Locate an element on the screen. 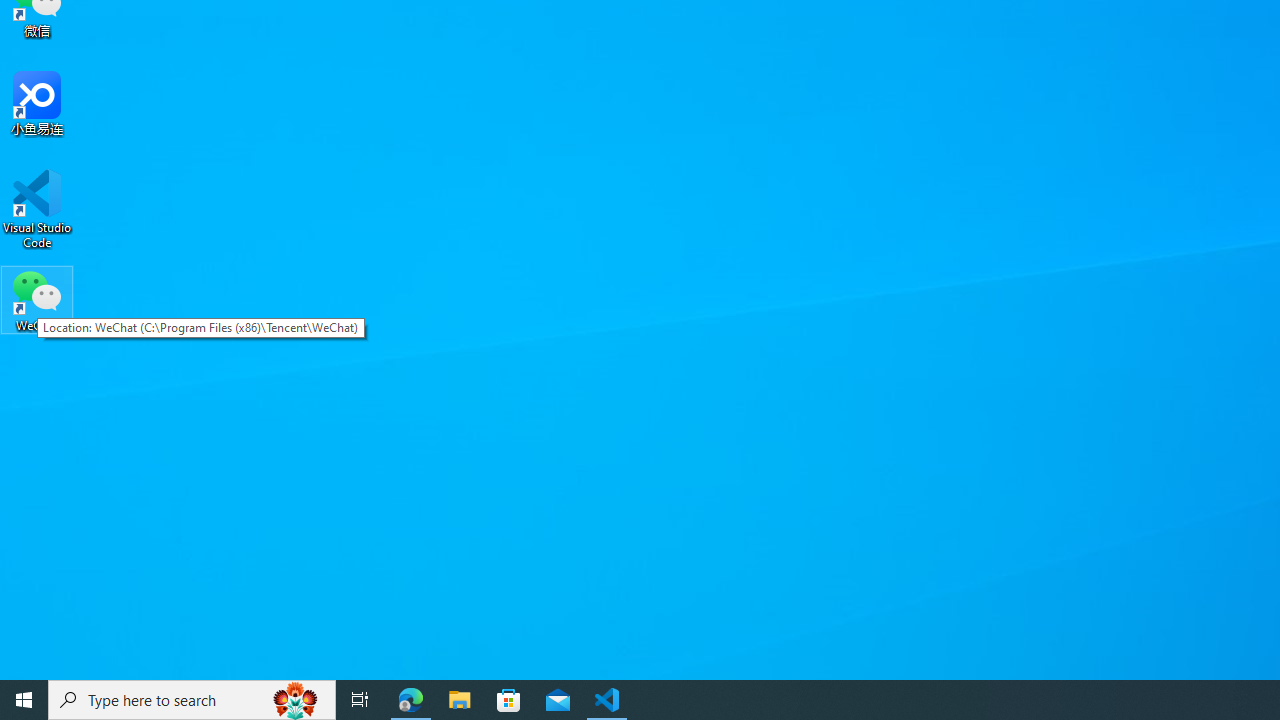  'Microsoft Store' is located at coordinates (509, 698).